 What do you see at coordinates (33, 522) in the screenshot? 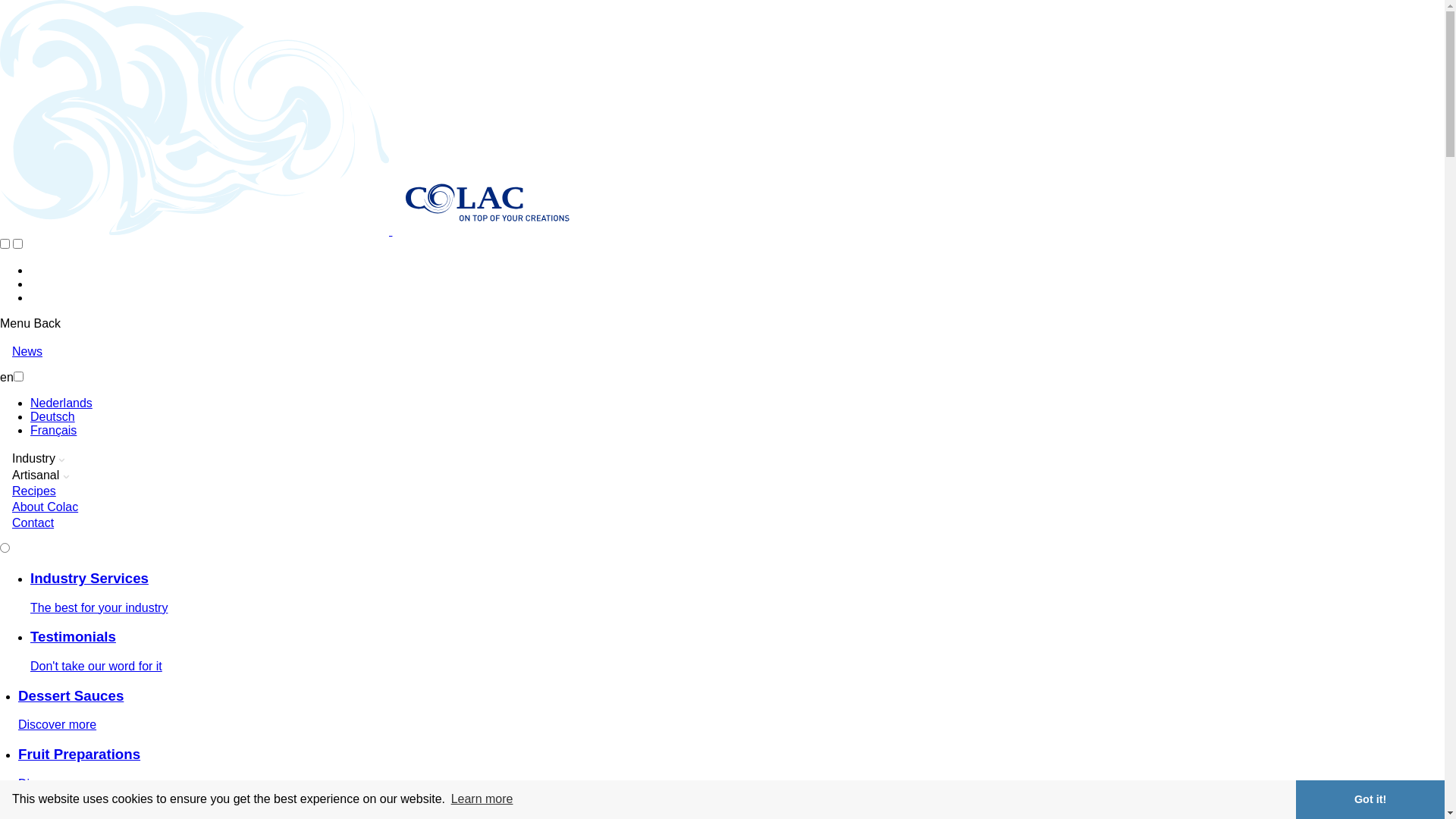
I see `'Contact'` at bounding box center [33, 522].